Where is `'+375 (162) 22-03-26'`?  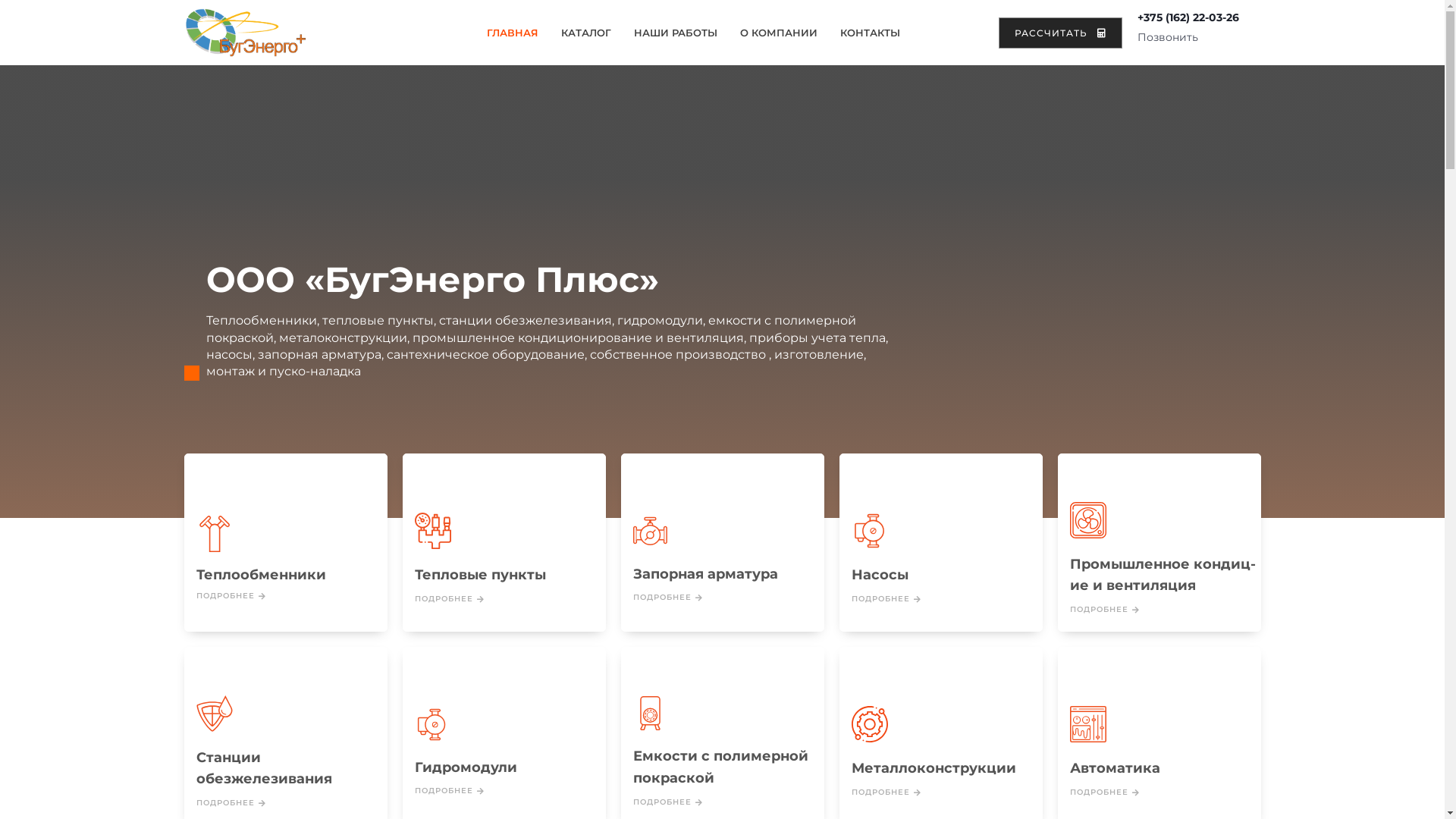
'+375 (162) 22-03-26' is located at coordinates (1137, 17).